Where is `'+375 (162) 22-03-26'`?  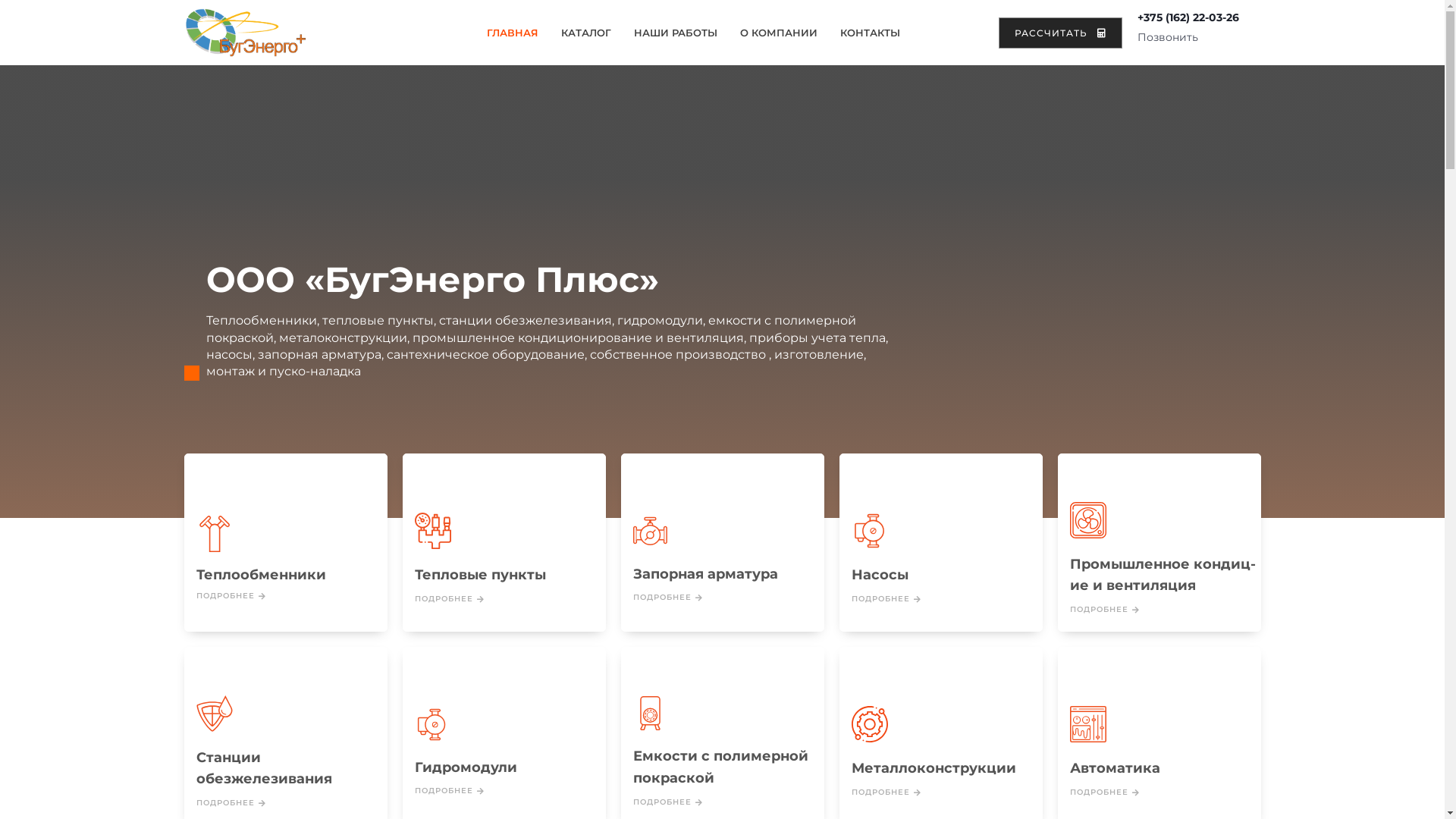
'+375 (162) 22-03-26' is located at coordinates (1137, 17).